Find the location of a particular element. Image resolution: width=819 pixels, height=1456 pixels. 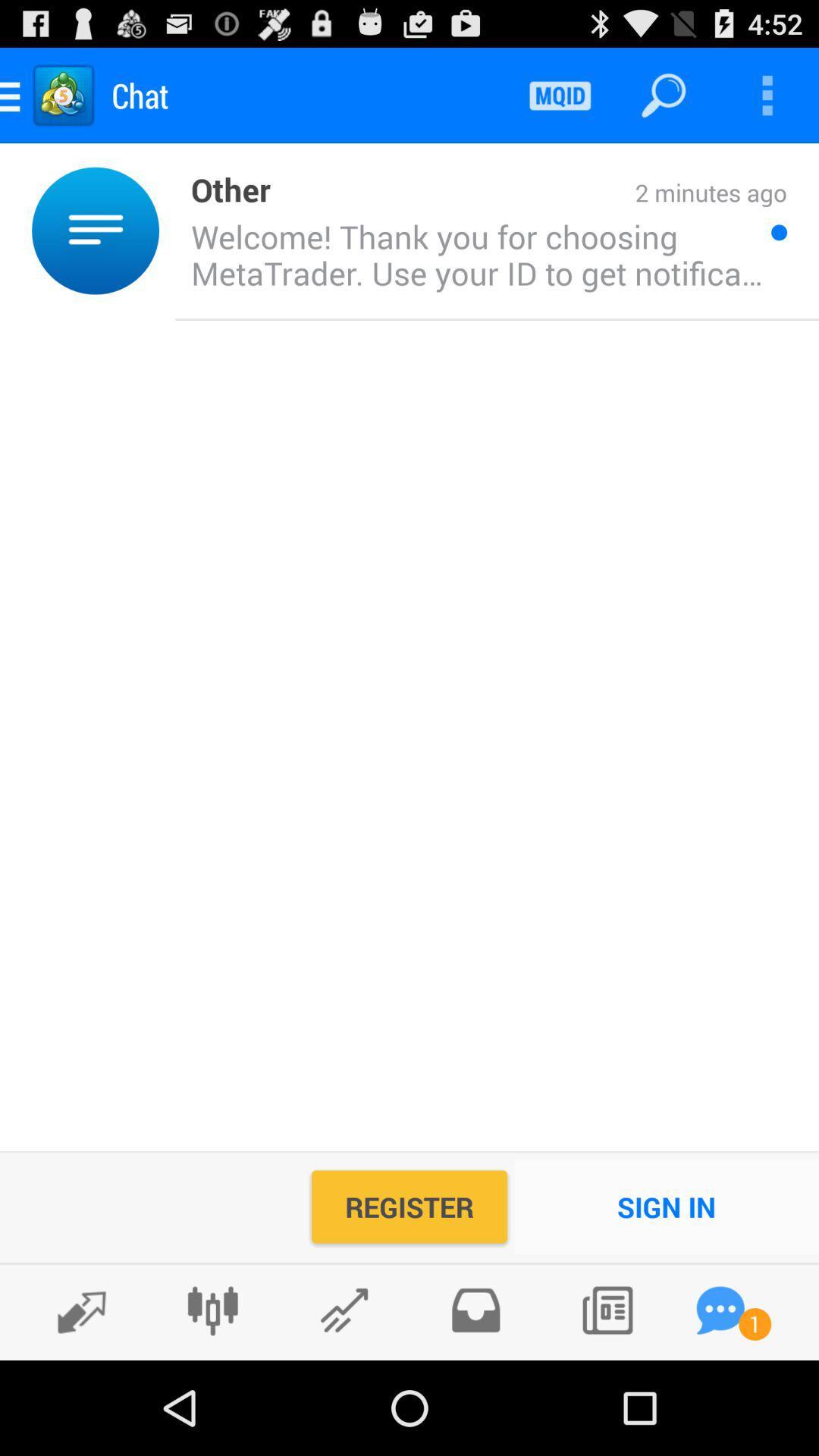

the icon below welcome thank you is located at coordinates (666, 1206).